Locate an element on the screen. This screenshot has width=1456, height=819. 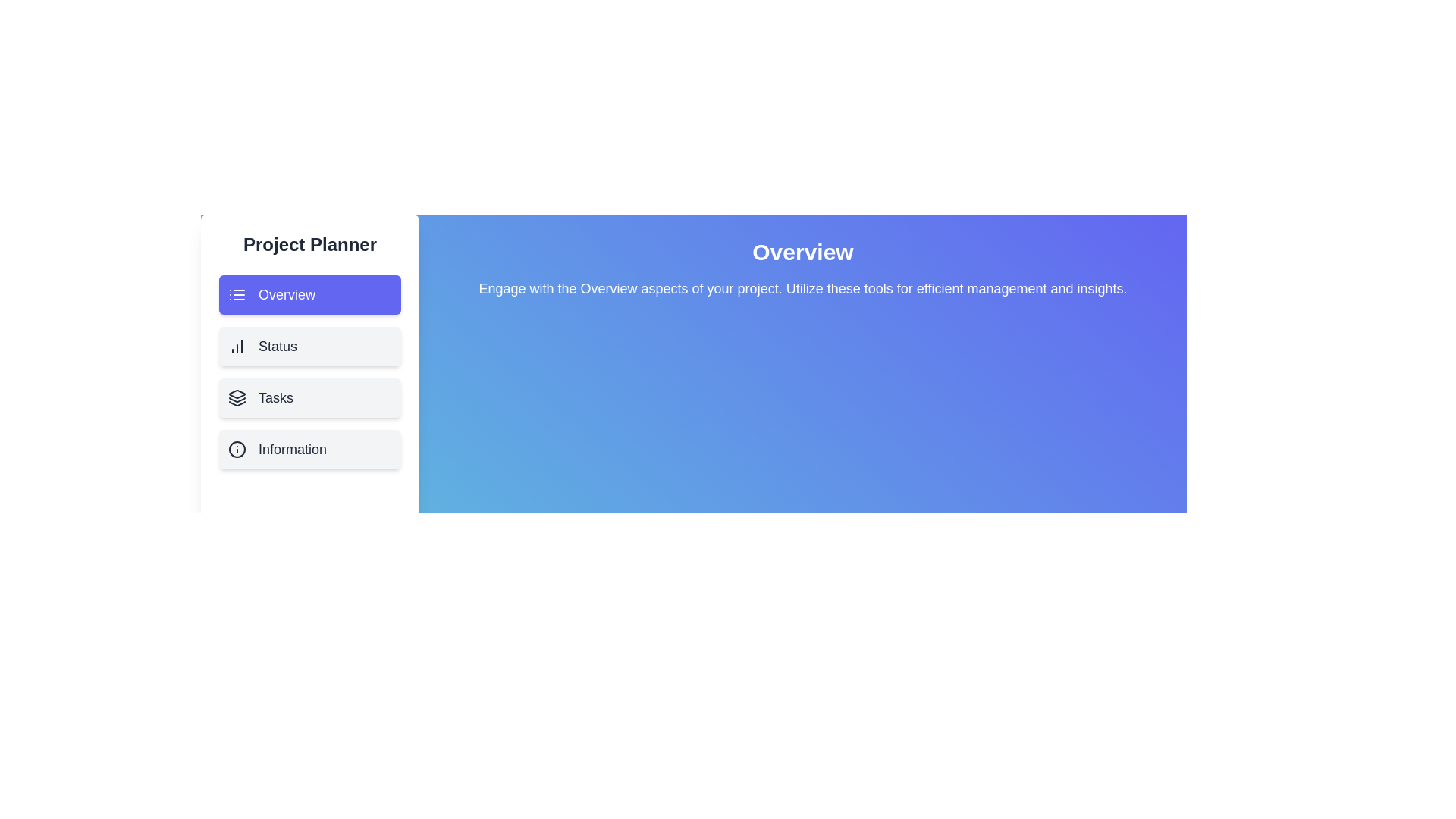
the menu item Status to observe its hover effect is located at coordinates (309, 346).